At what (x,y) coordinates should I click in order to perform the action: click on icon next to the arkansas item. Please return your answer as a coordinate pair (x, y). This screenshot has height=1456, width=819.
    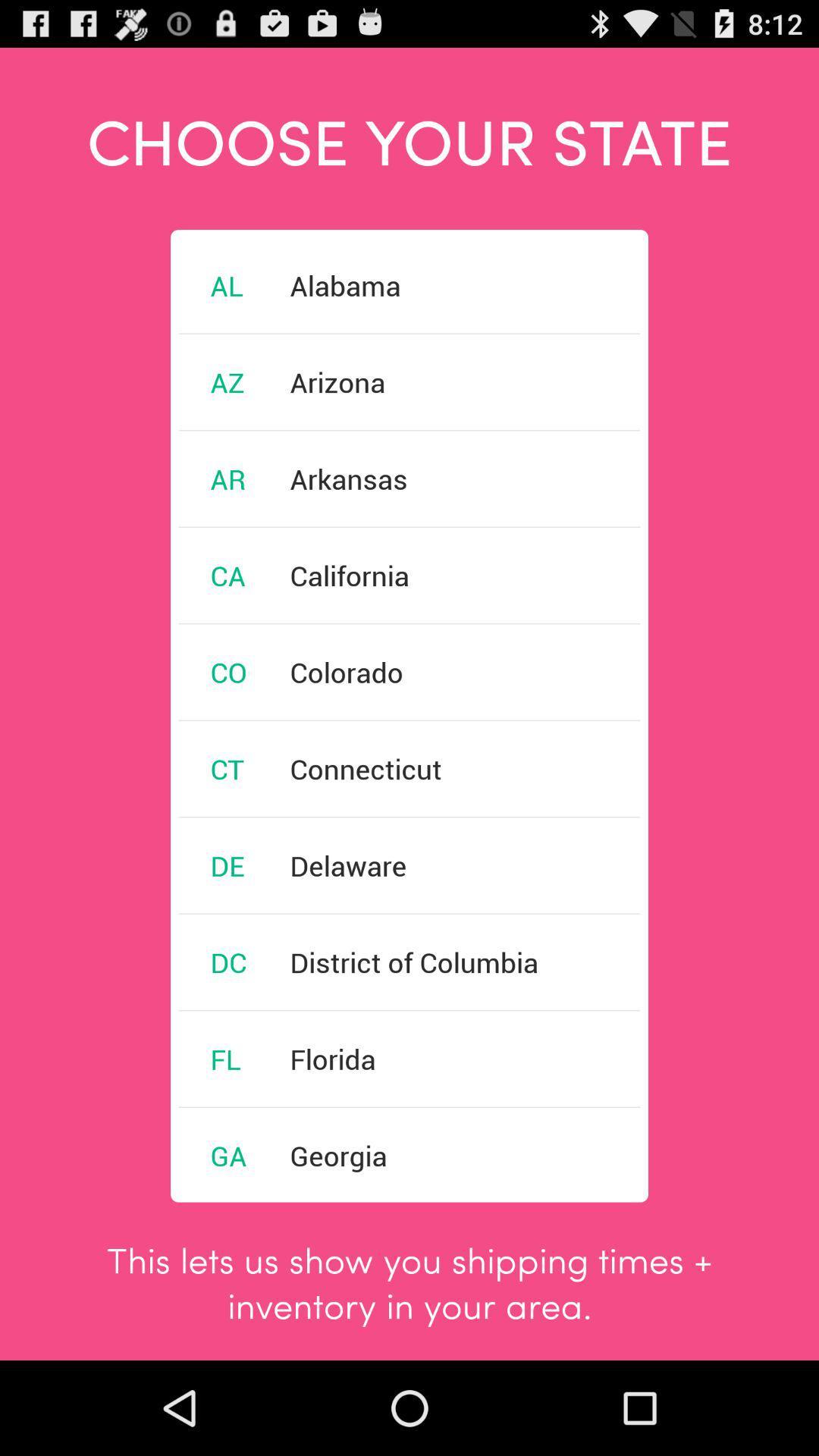
    Looking at the image, I should click on (227, 478).